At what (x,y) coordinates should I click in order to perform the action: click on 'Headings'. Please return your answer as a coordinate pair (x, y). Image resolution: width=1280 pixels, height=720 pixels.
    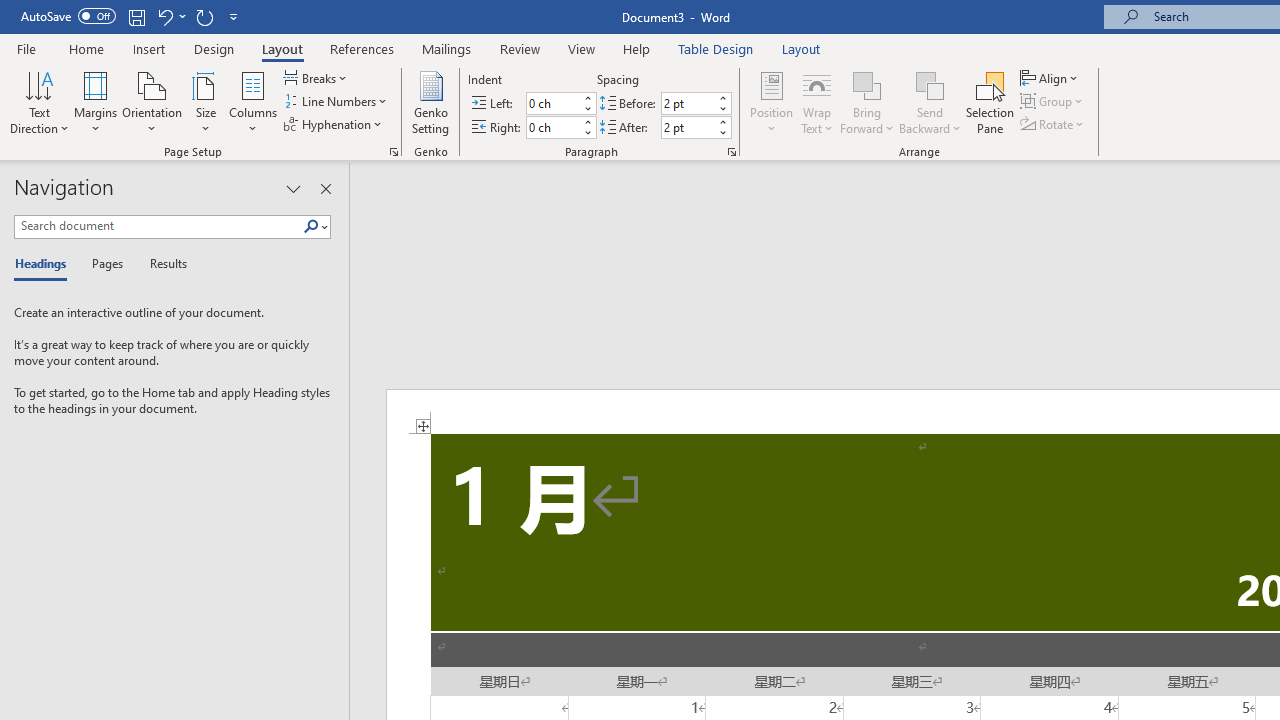
    Looking at the image, I should click on (45, 264).